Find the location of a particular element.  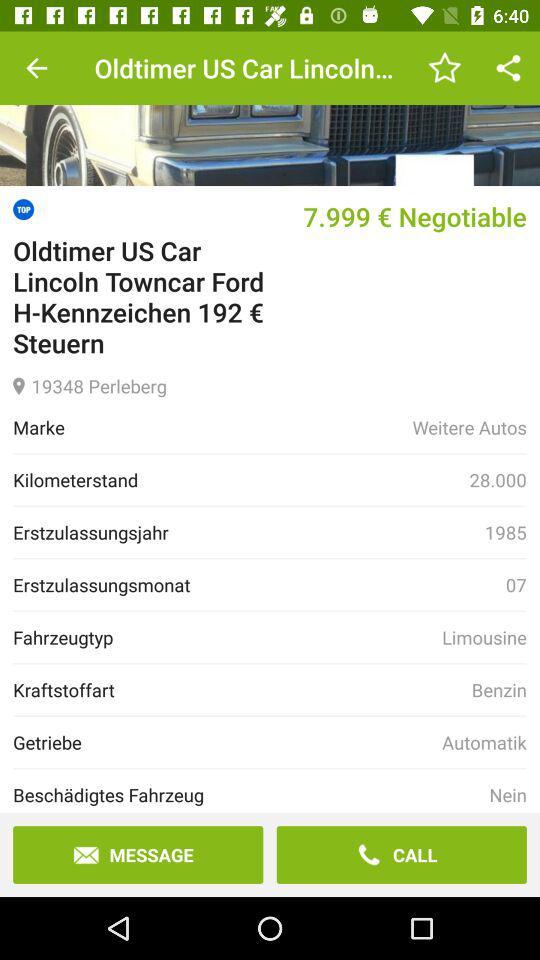

item next to oldtimer us car is located at coordinates (36, 68).